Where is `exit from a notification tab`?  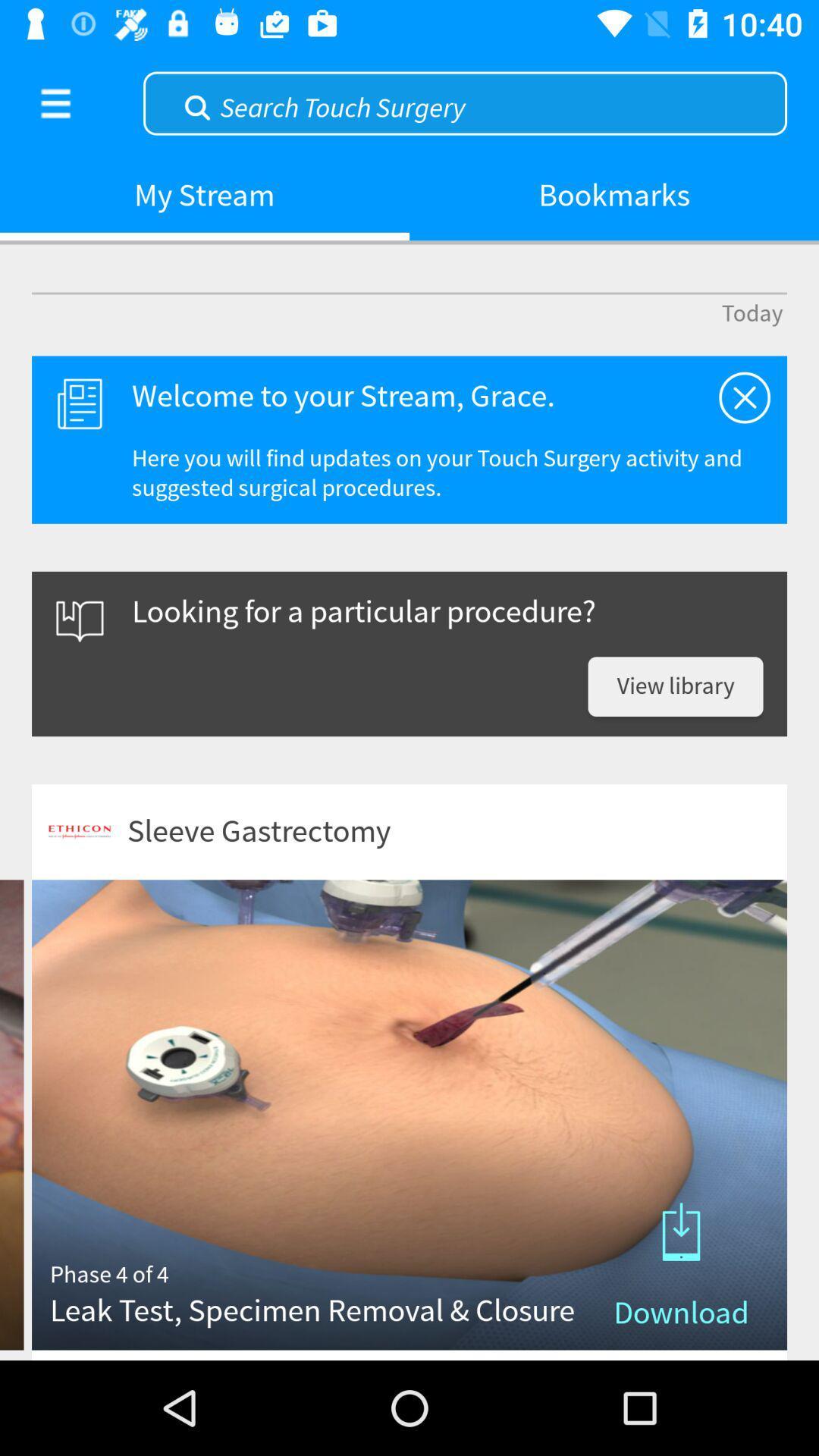
exit from a notification tab is located at coordinates (744, 397).